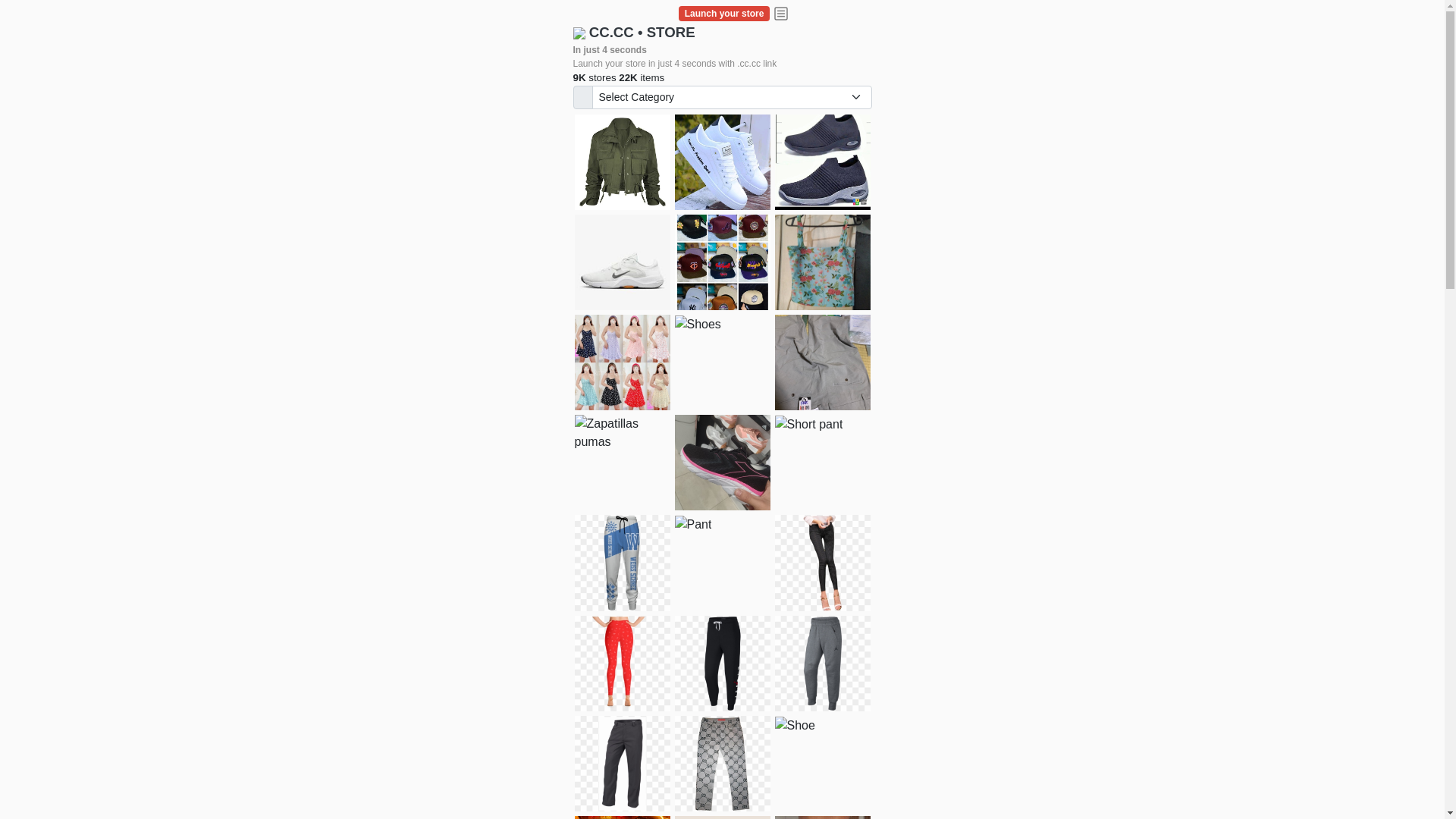 The image size is (1456, 819). What do you see at coordinates (775, 724) in the screenshot?
I see `'Shoe'` at bounding box center [775, 724].